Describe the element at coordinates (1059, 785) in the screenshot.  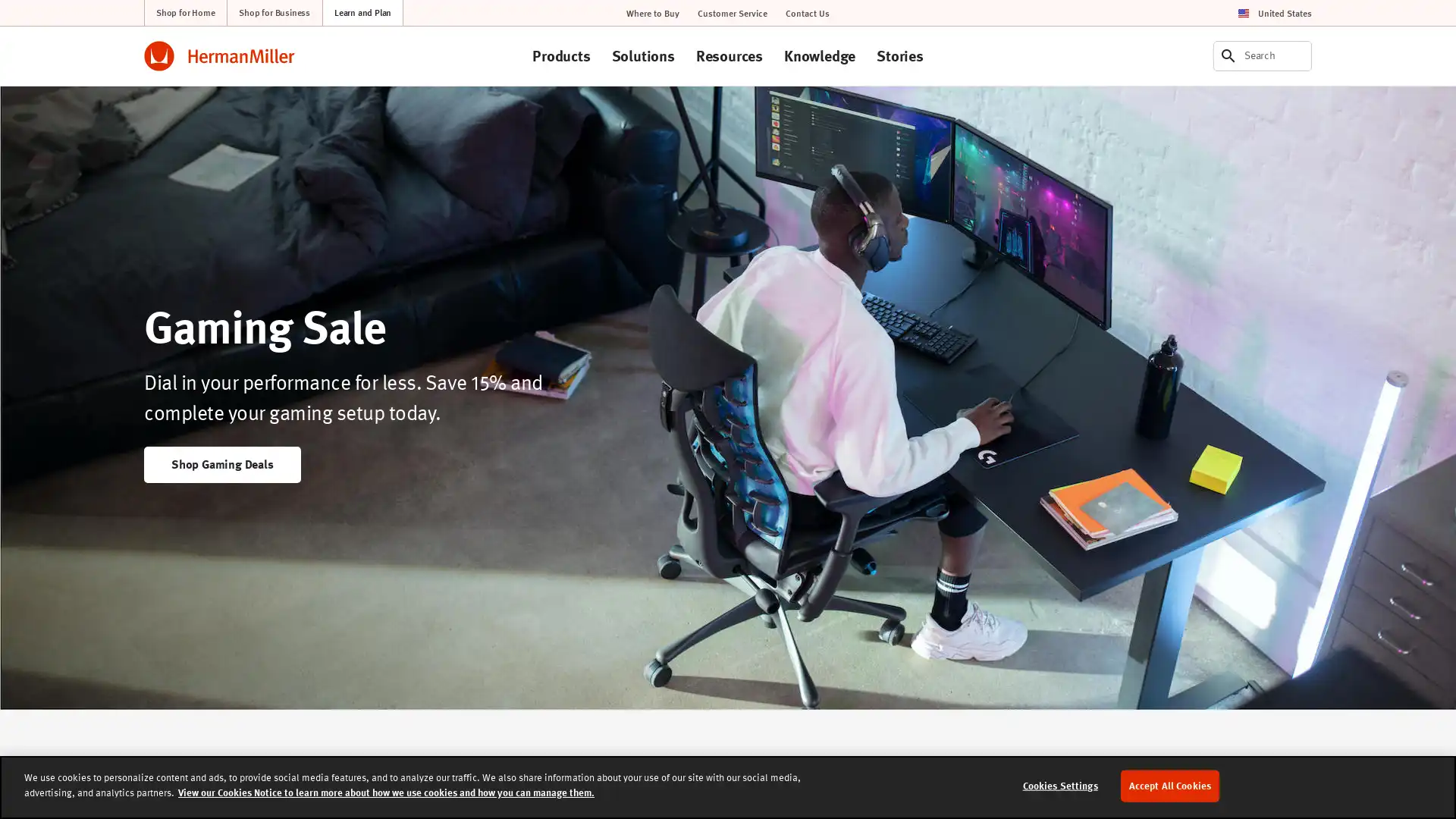
I see `Cookies Settings` at that location.